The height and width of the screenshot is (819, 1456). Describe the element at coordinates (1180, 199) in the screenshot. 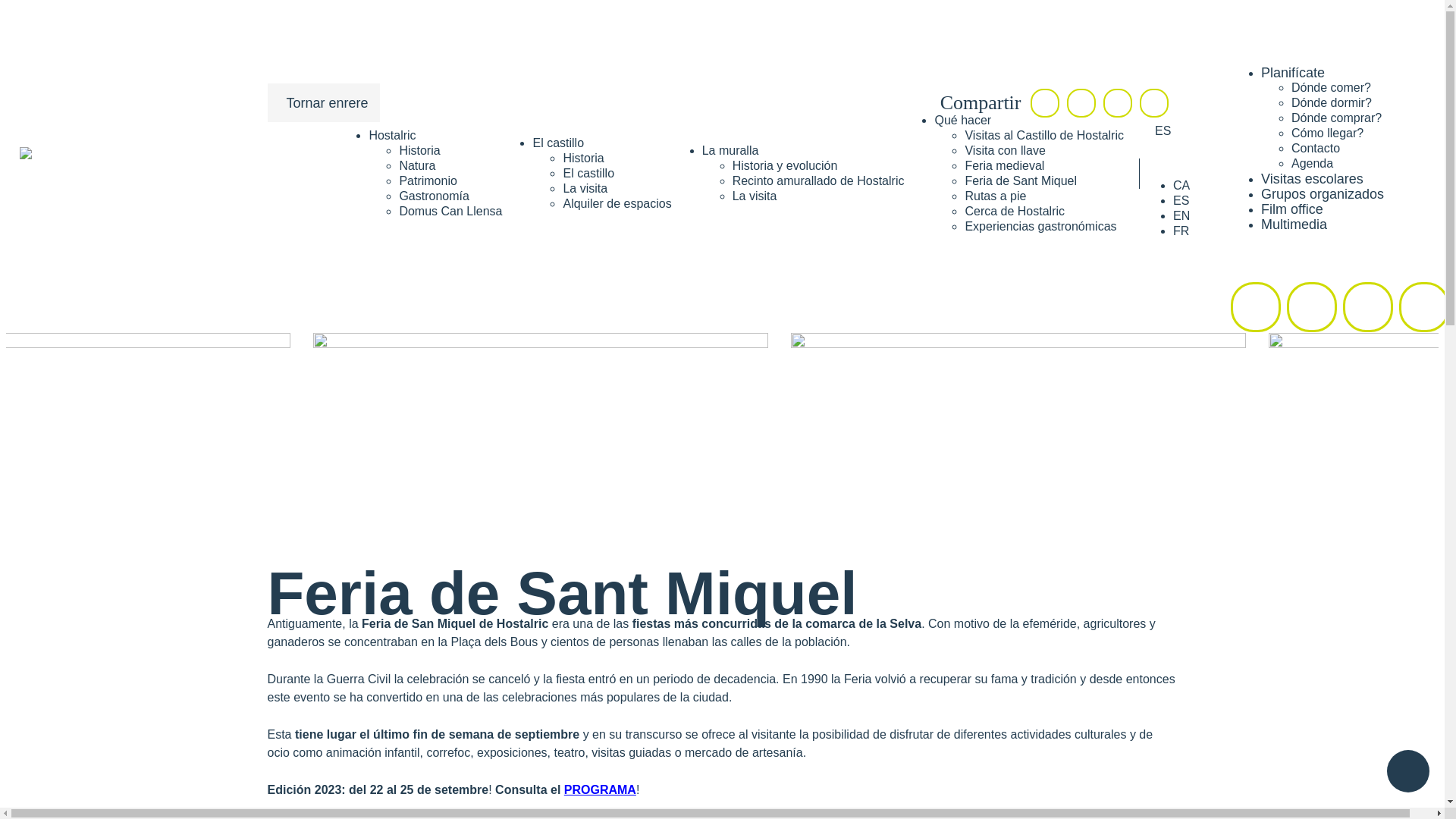

I see `'ES'` at that location.